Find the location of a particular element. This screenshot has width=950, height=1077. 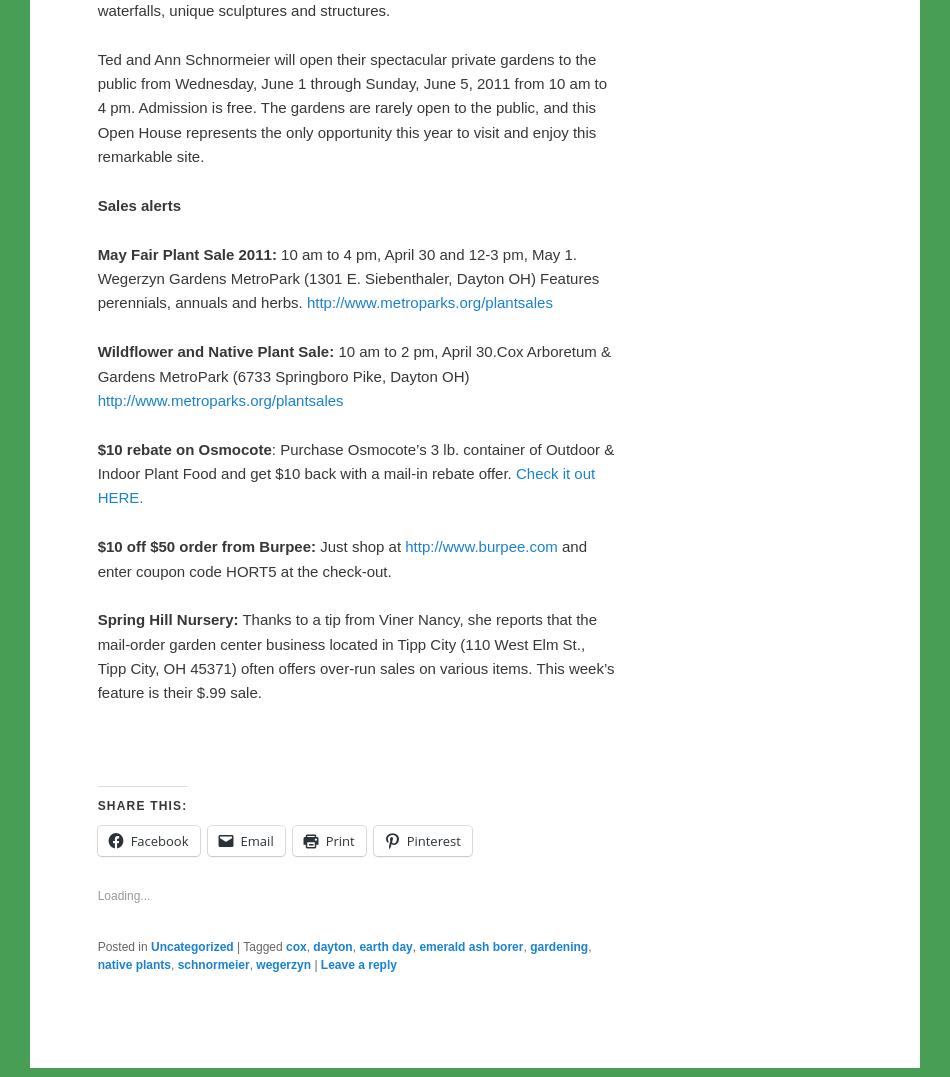

'Thais Reiff, Greene County Master Gardener EAB Specialist, will be give a free program, “Emerald Ash Borer for Homeowners”, on Wednesday, April 27th at 6:30 pm at the Greene County Extension Office (100 Fairground Rd. in Xenia OH 45385.) For more info, call 937-372-9971 or email the extension office at greenemgv@gmail.com.' is located at coordinates (355, 160).